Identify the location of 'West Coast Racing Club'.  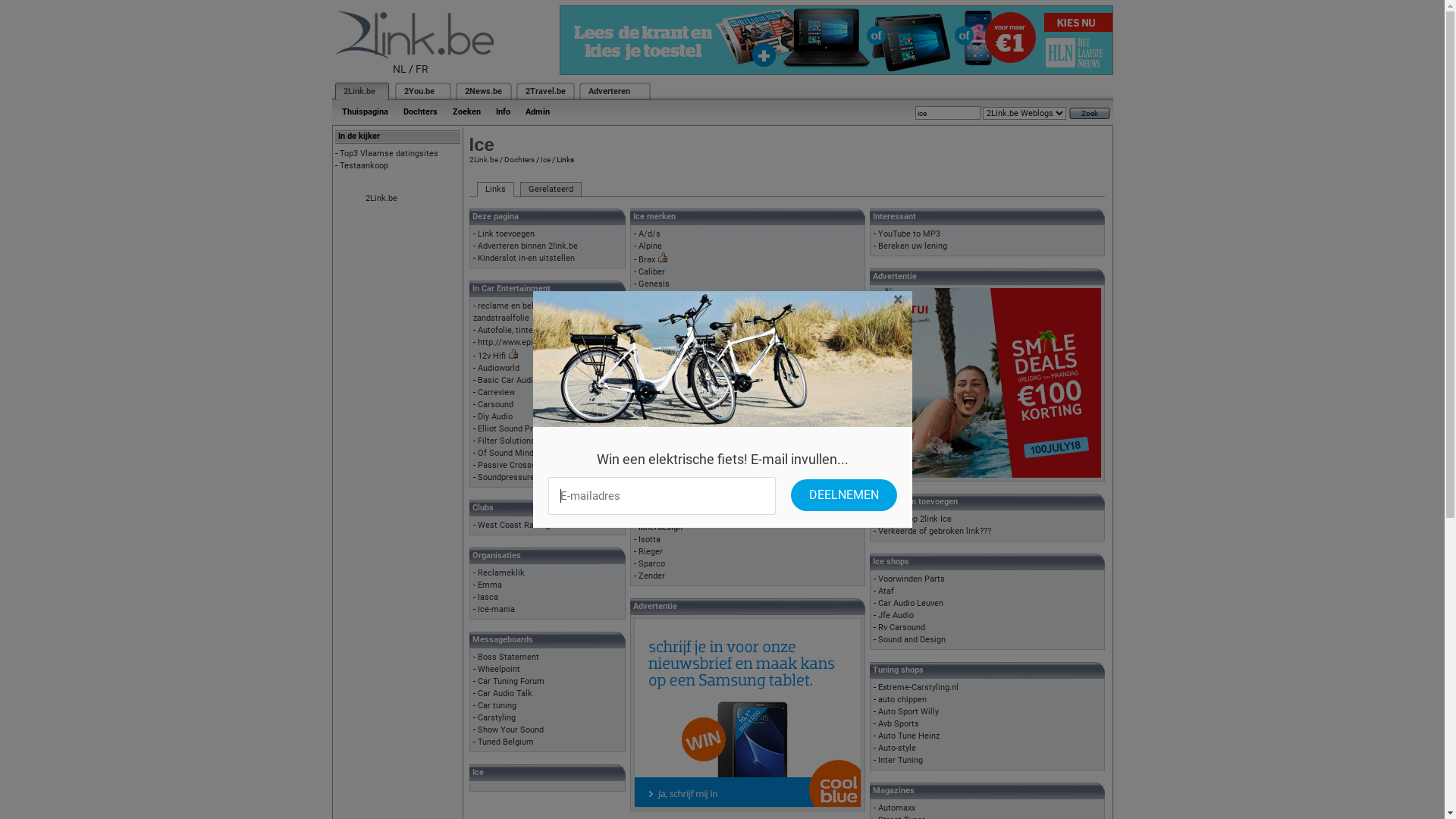
(523, 524).